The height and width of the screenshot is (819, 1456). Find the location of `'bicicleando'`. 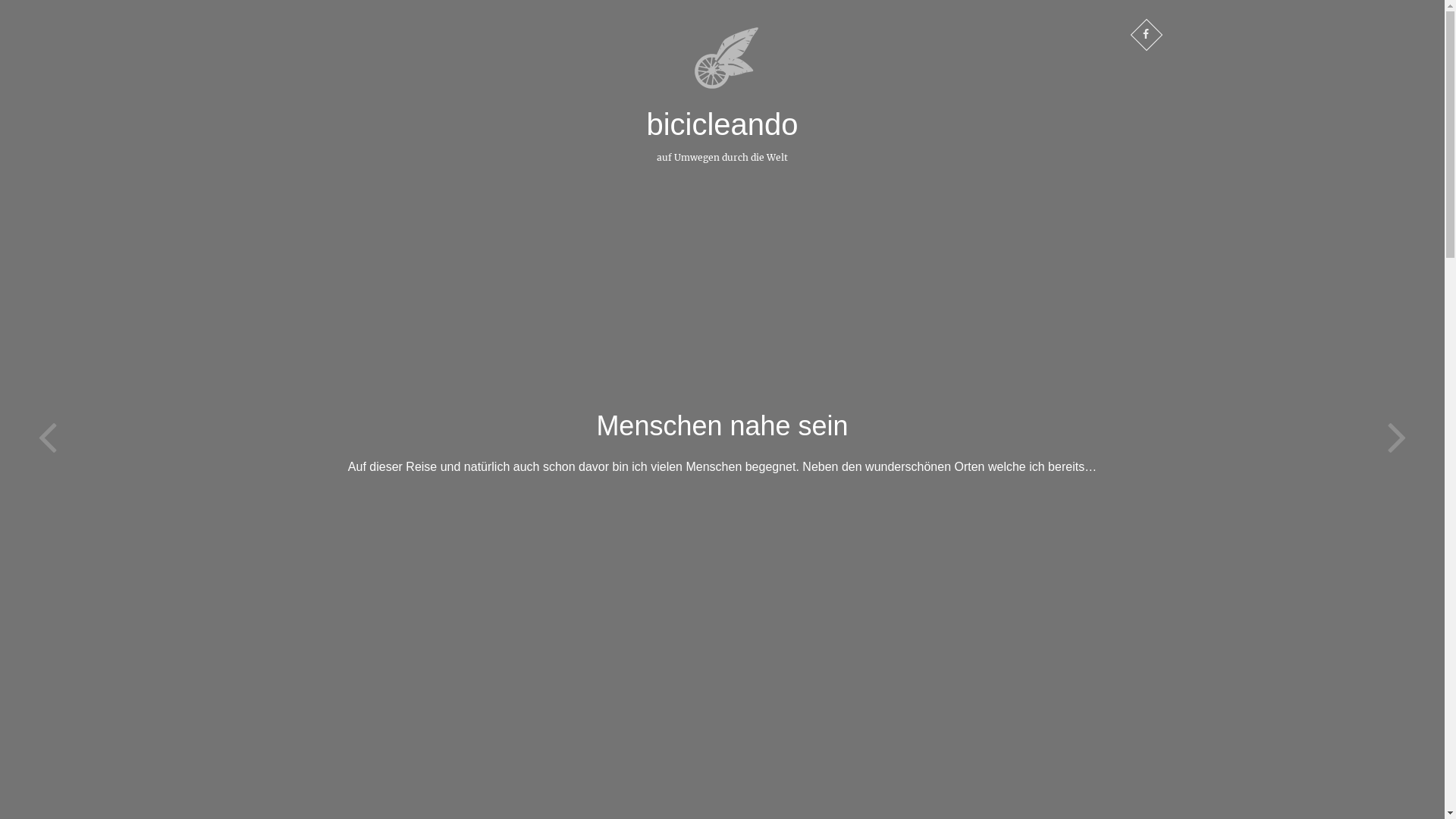

'bicicleando' is located at coordinates (720, 124).